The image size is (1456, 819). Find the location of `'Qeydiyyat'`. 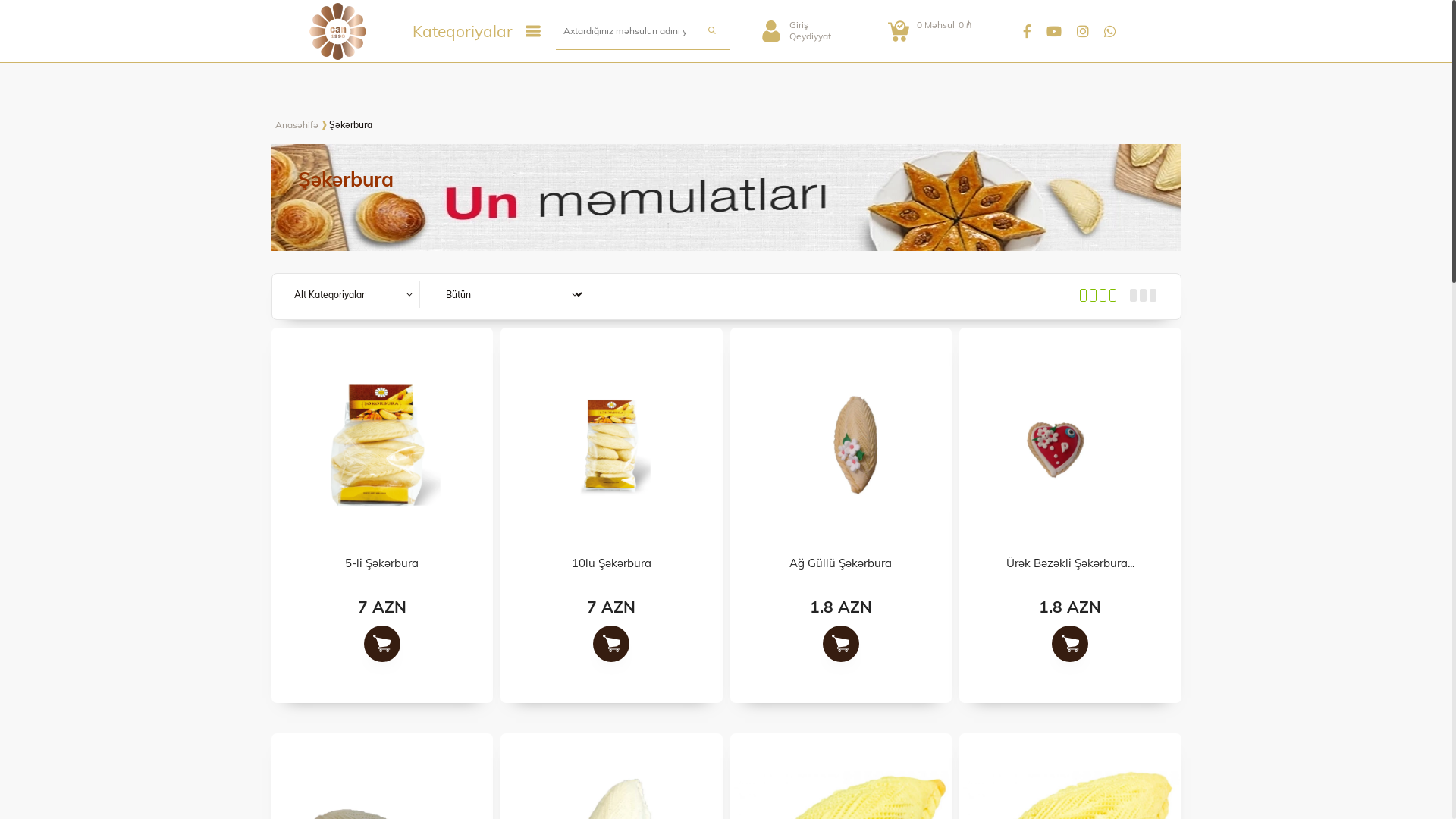

'Qeydiyyat' is located at coordinates (789, 35).